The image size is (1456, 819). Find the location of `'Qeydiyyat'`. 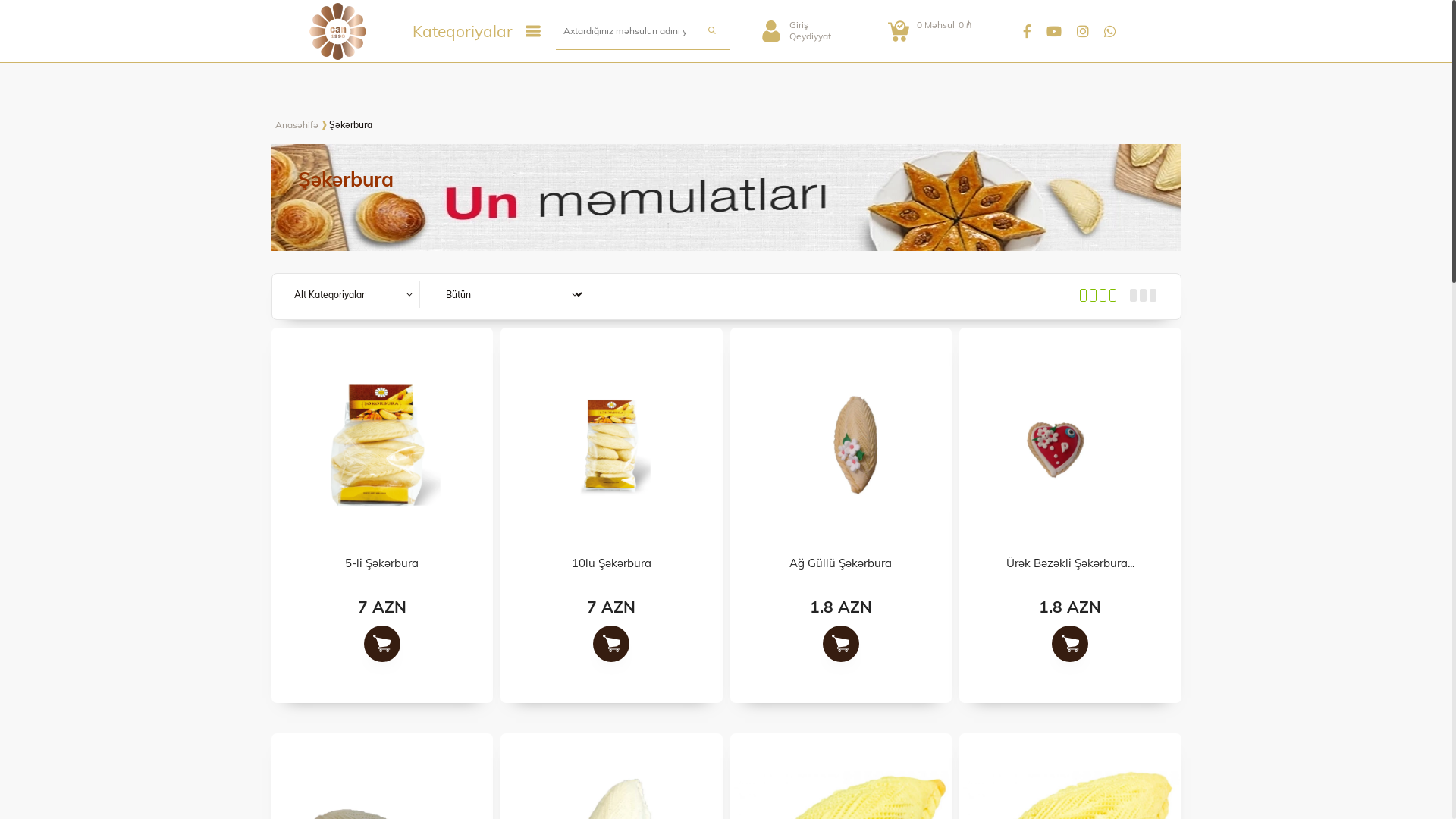

'Qeydiyyat' is located at coordinates (789, 35).